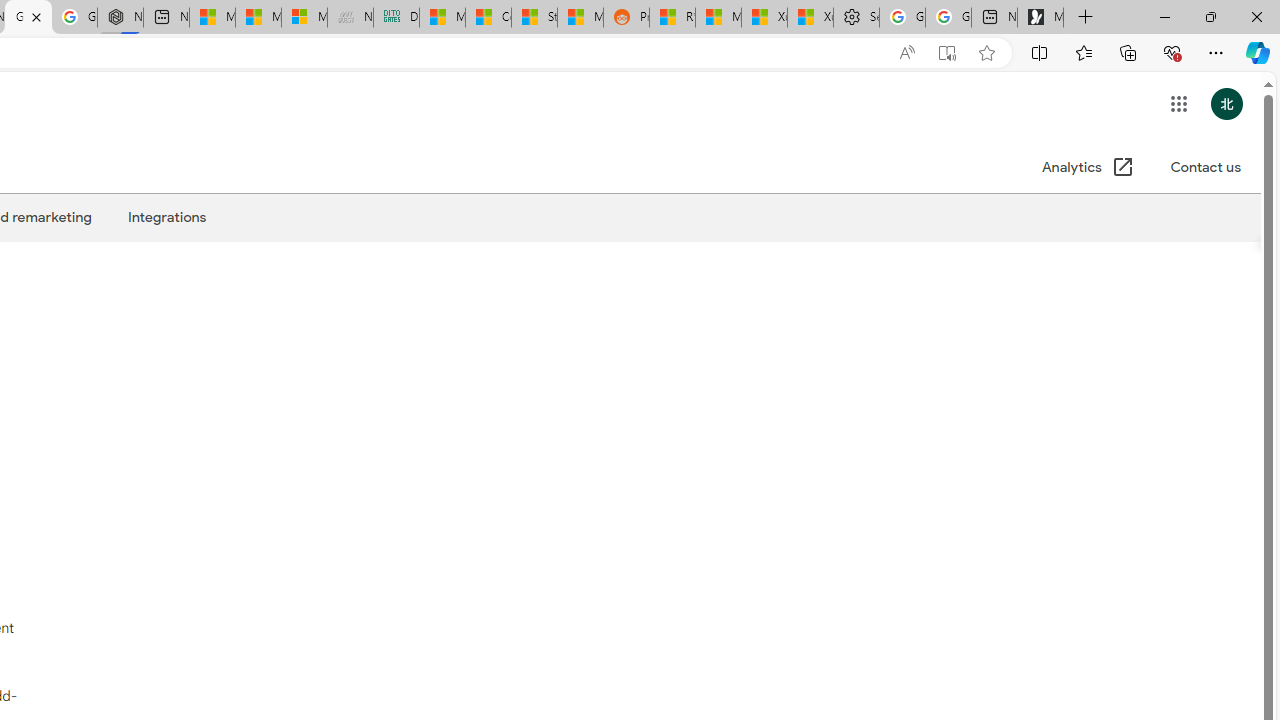  I want to click on 'Class: gb_E', so click(1178, 104).